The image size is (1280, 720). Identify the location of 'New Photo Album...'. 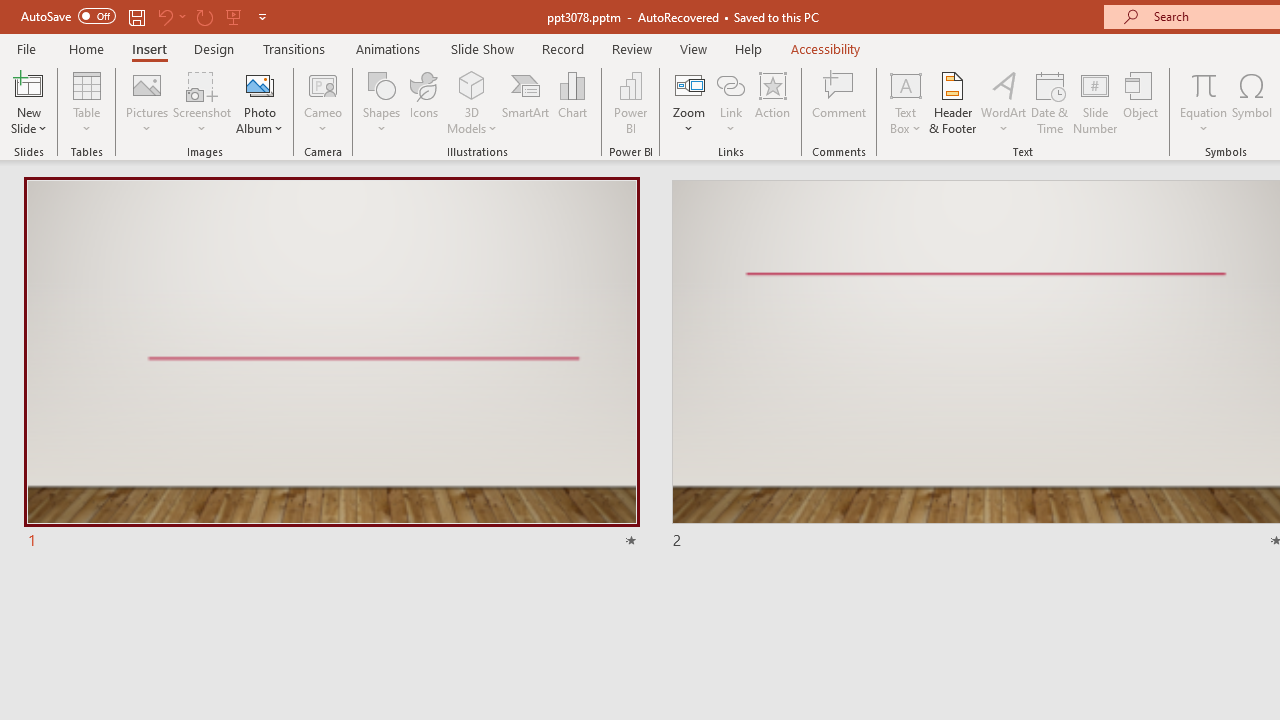
(258, 84).